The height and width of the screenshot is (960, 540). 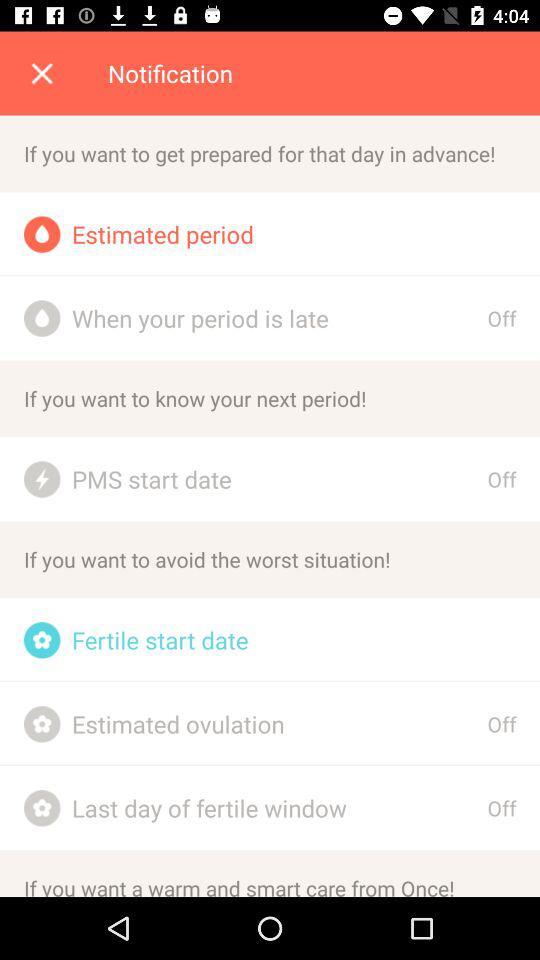 What do you see at coordinates (42, 73) in the screenshot?
I see `the close icon` at bounding box center [42, 73].